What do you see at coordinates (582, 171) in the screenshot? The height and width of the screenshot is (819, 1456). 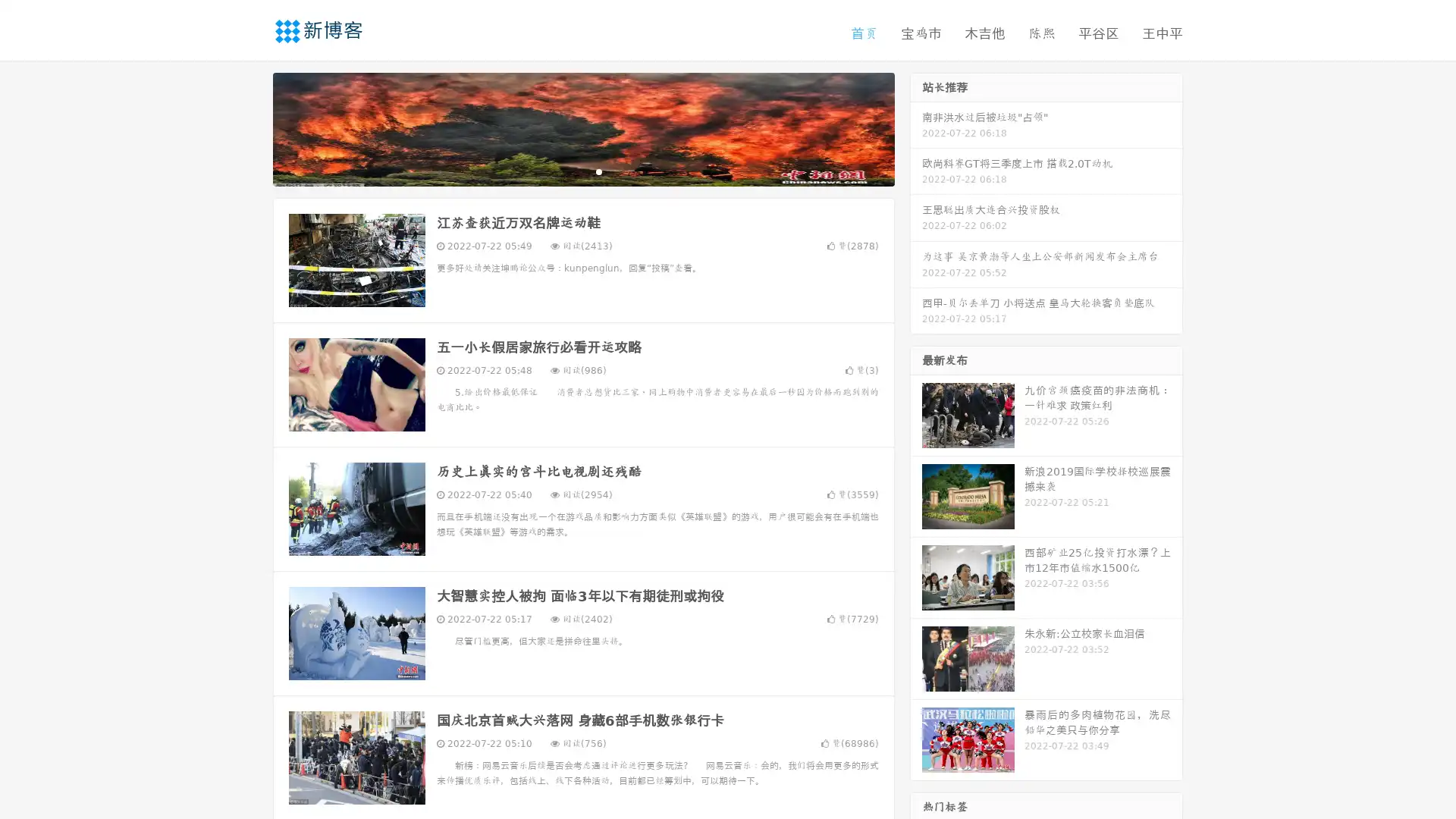 I see `Go to slide 2` at bounding box center [582, 171].